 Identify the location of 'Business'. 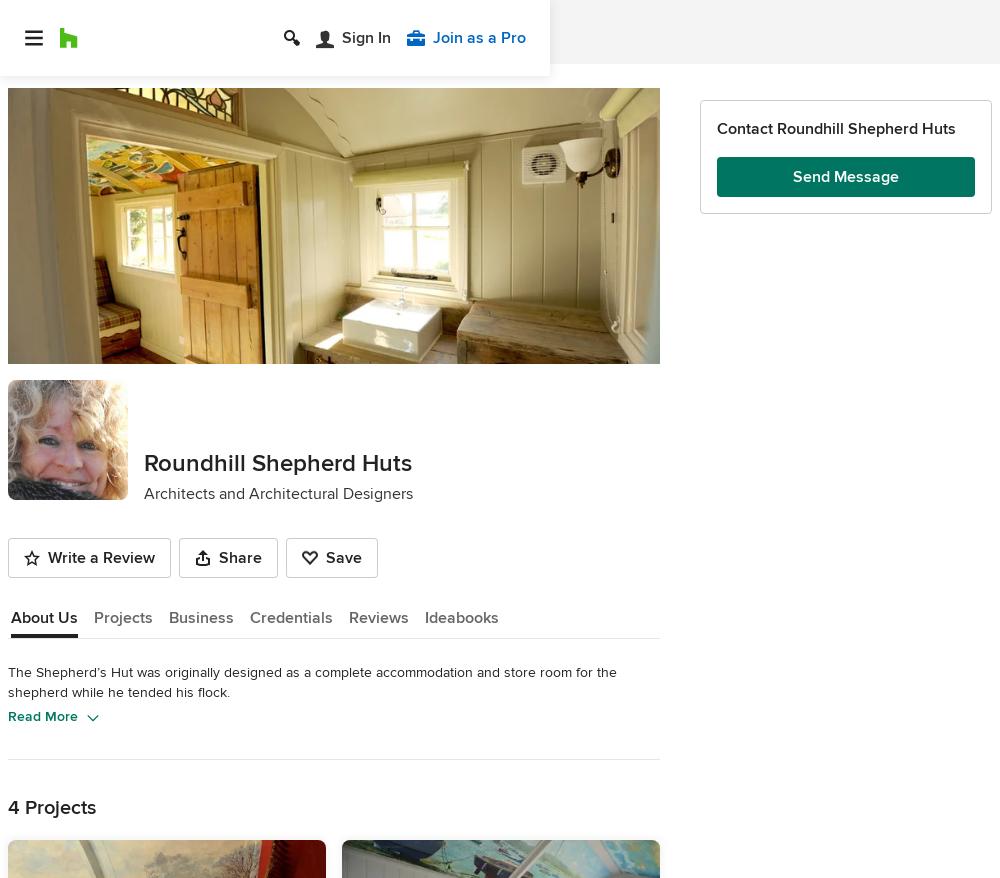
(200, 615).